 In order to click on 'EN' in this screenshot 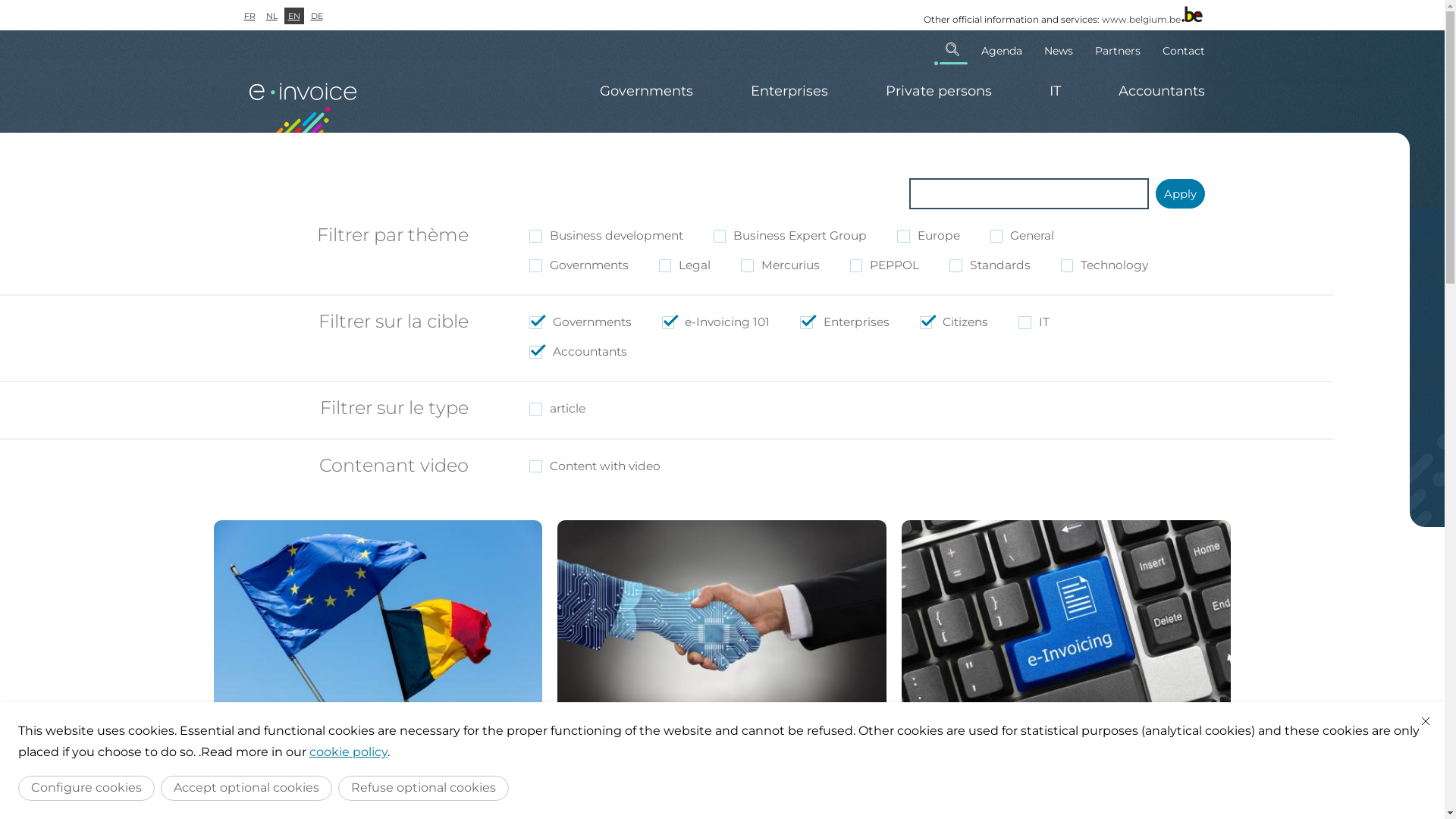, I will do `click(293, 15)`.